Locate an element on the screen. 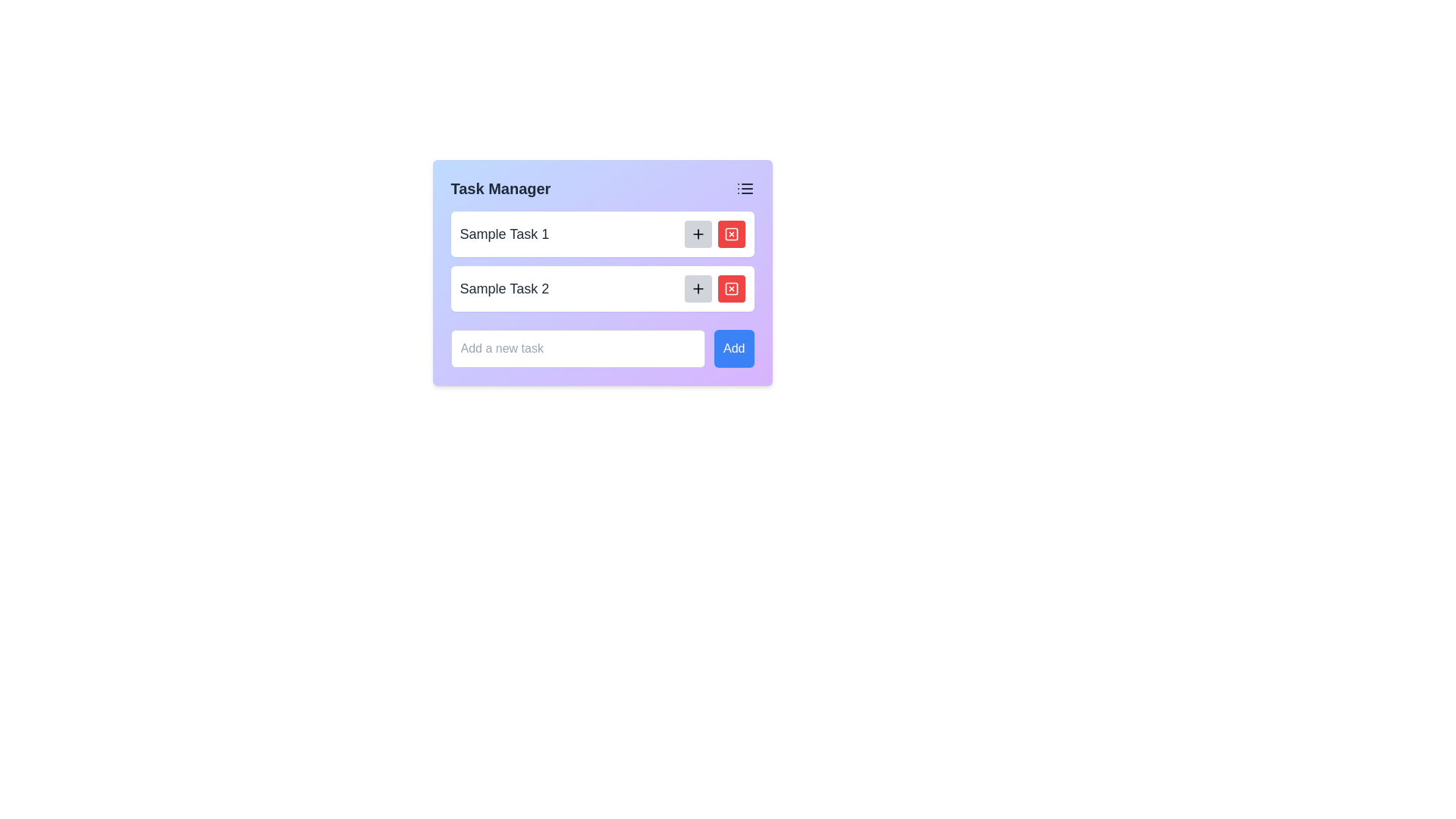 The image size is (1456, 819). the small square gray button with a black plus symbol located to the right of 'Sample Task 1' is located at coordinates (697, 234).